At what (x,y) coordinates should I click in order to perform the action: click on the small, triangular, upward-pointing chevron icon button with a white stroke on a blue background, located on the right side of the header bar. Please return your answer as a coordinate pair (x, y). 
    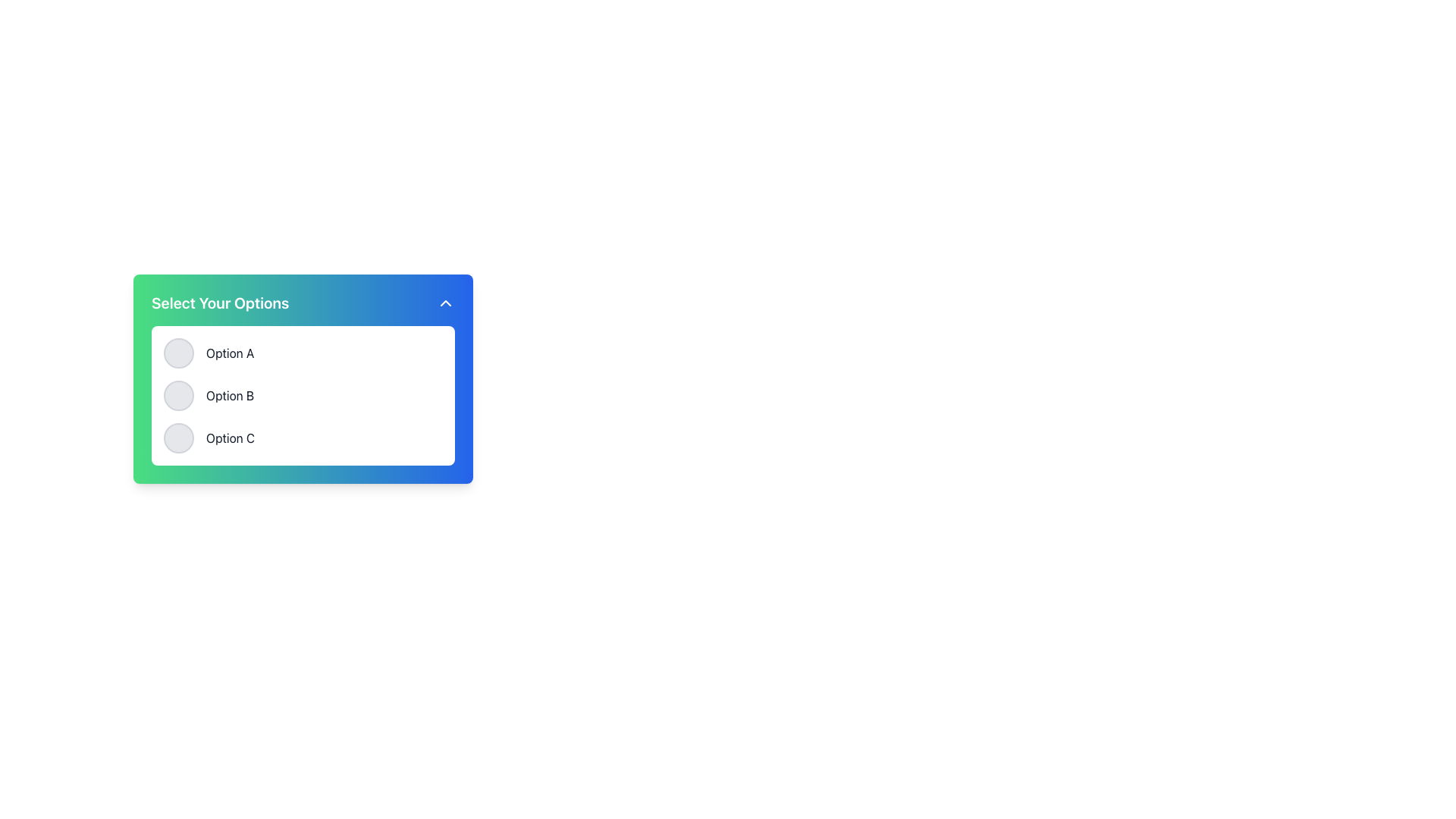
    Looking at the image, I should click on (445, 303).